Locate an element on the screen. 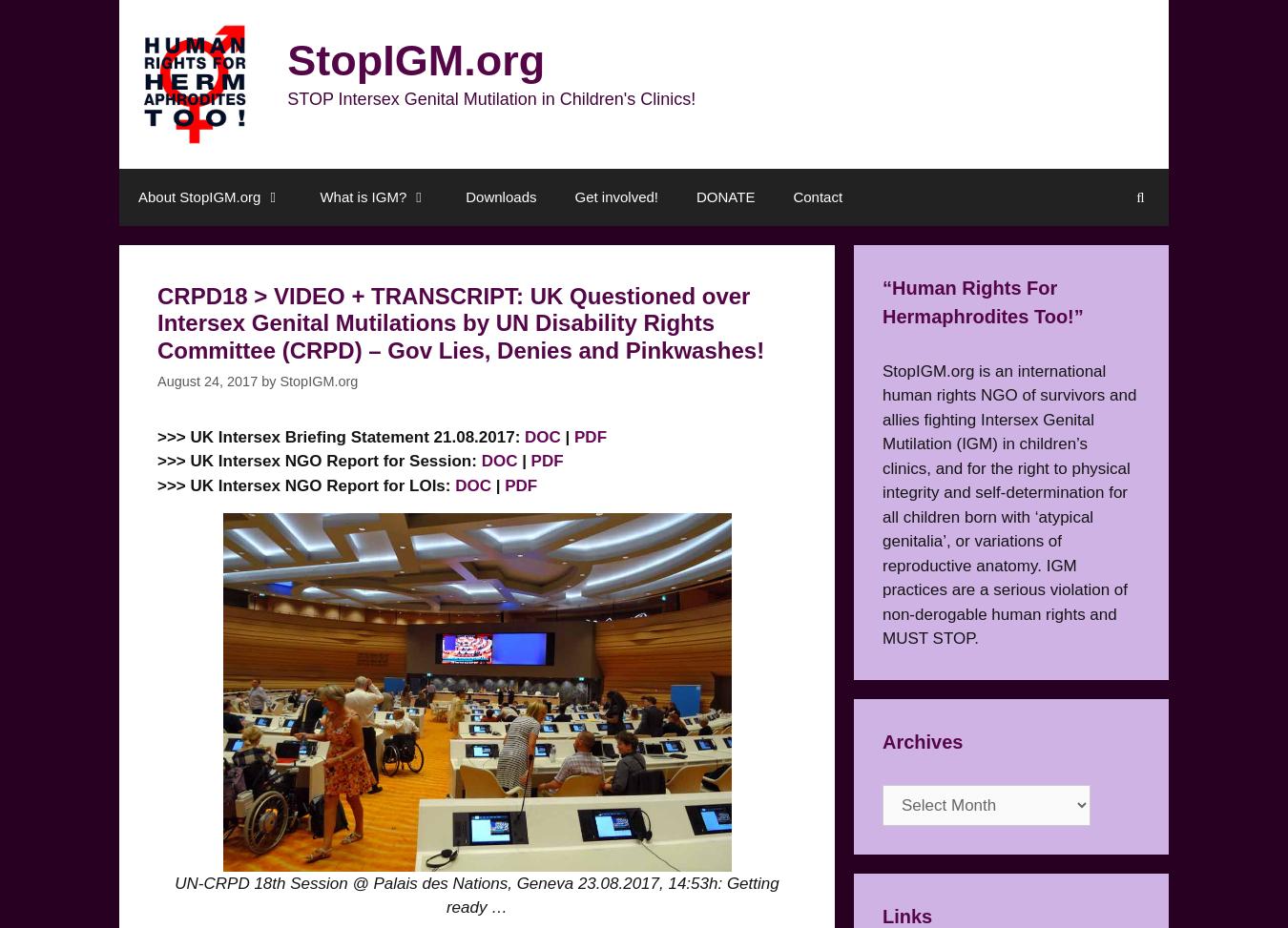  'by' is located at coordinates (260, 381).